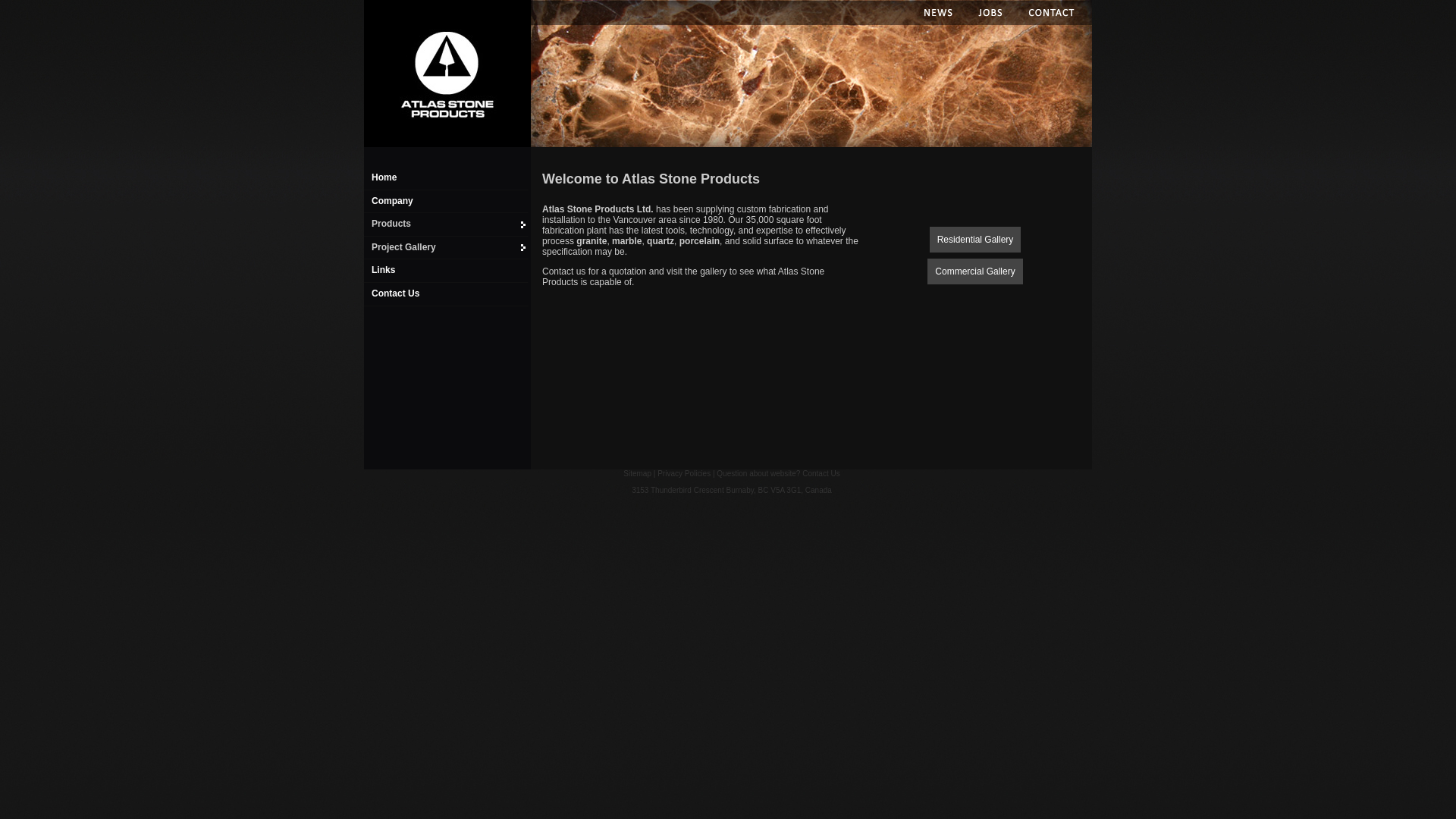 This screenshot has height=819, width=1456. Describe the element at coordinates (395, 293) in the screenshot. I see `'Contact Us'` at that location.